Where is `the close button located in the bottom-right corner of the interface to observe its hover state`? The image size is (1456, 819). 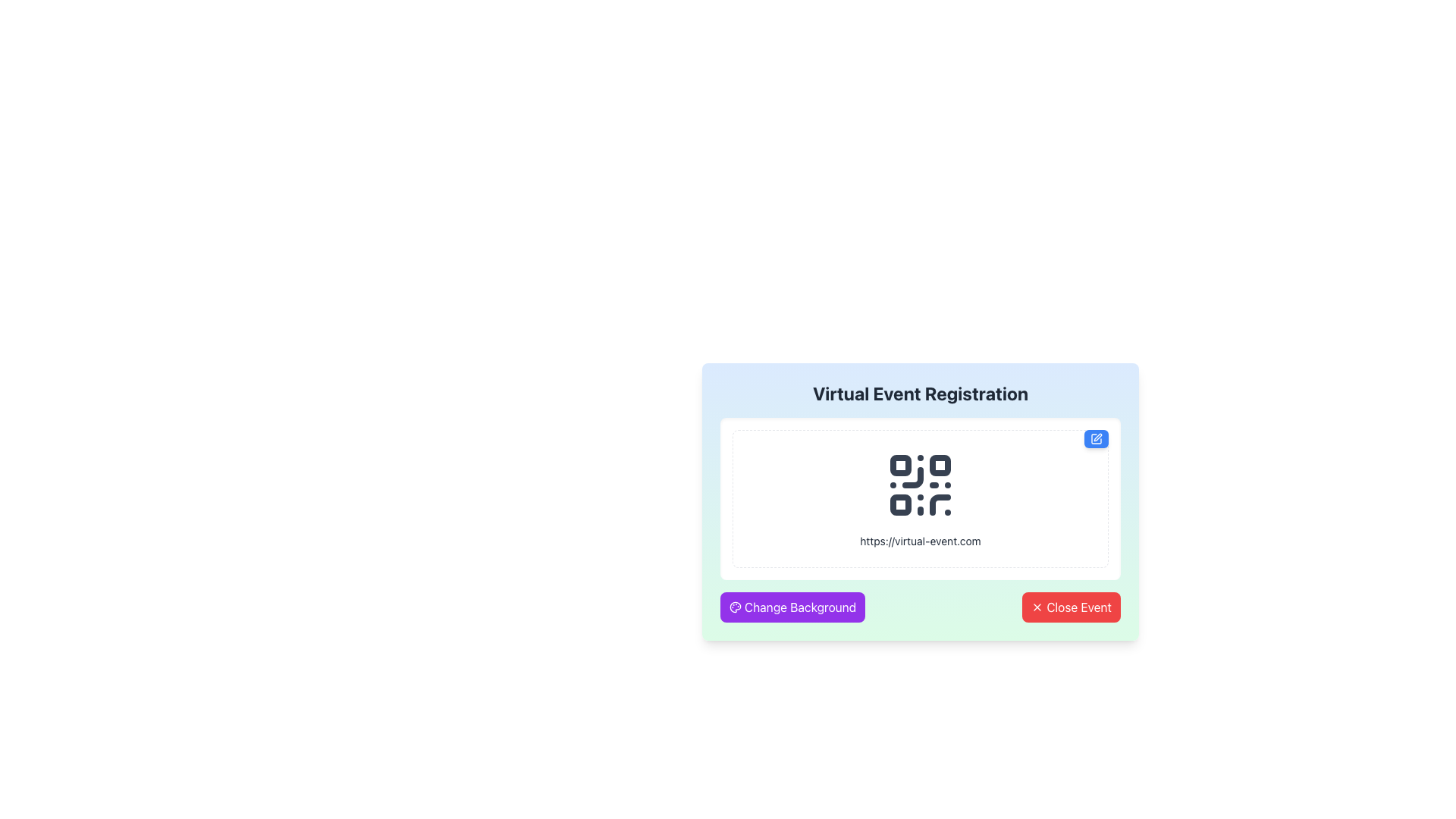 the close button located in the bottom-right corner of the interface to observe its hover state is located at coordinates (1071, 607).